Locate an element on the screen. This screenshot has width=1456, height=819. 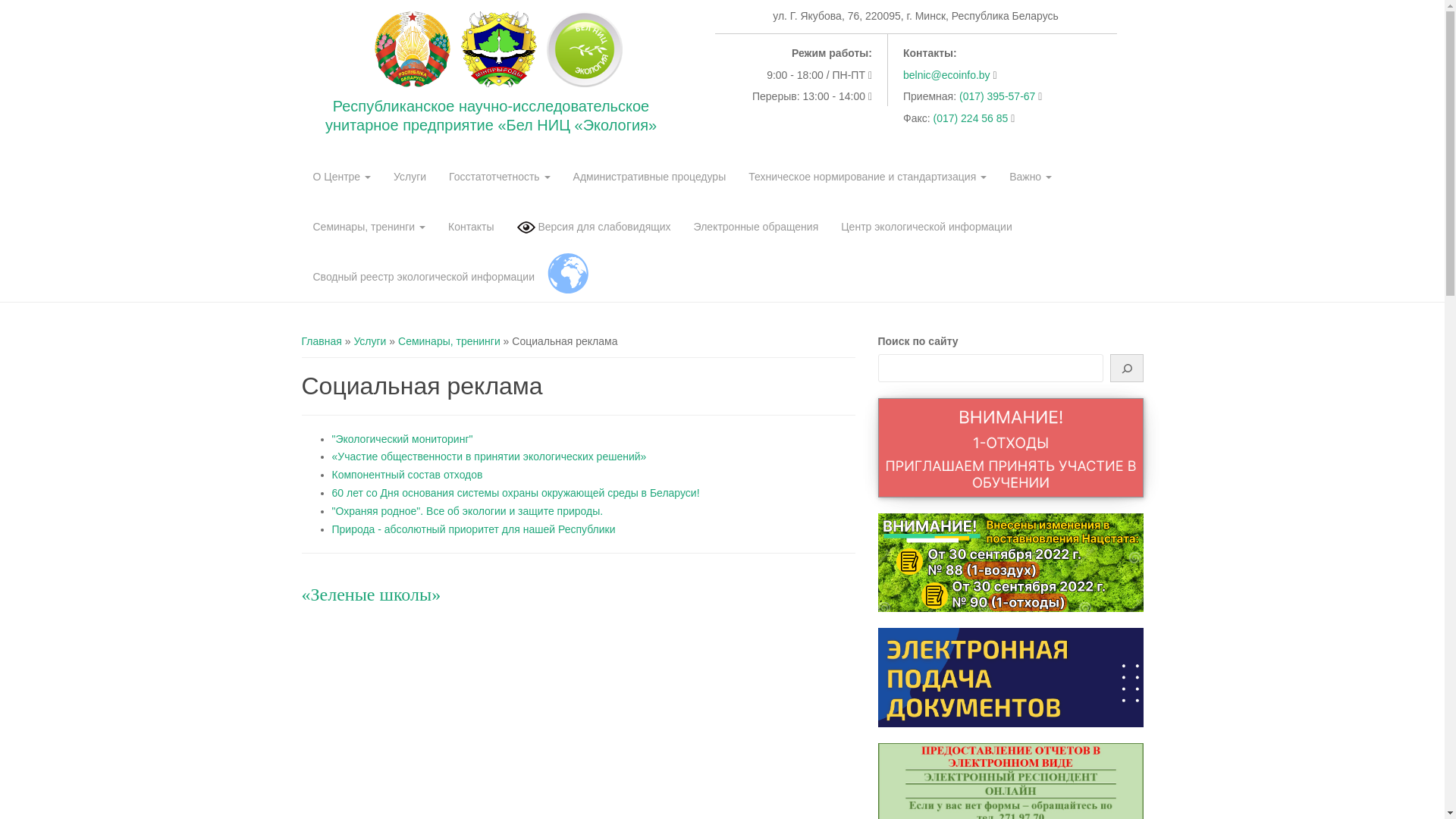
'(017) 224 56 85' is located at coordinates (971, 117).